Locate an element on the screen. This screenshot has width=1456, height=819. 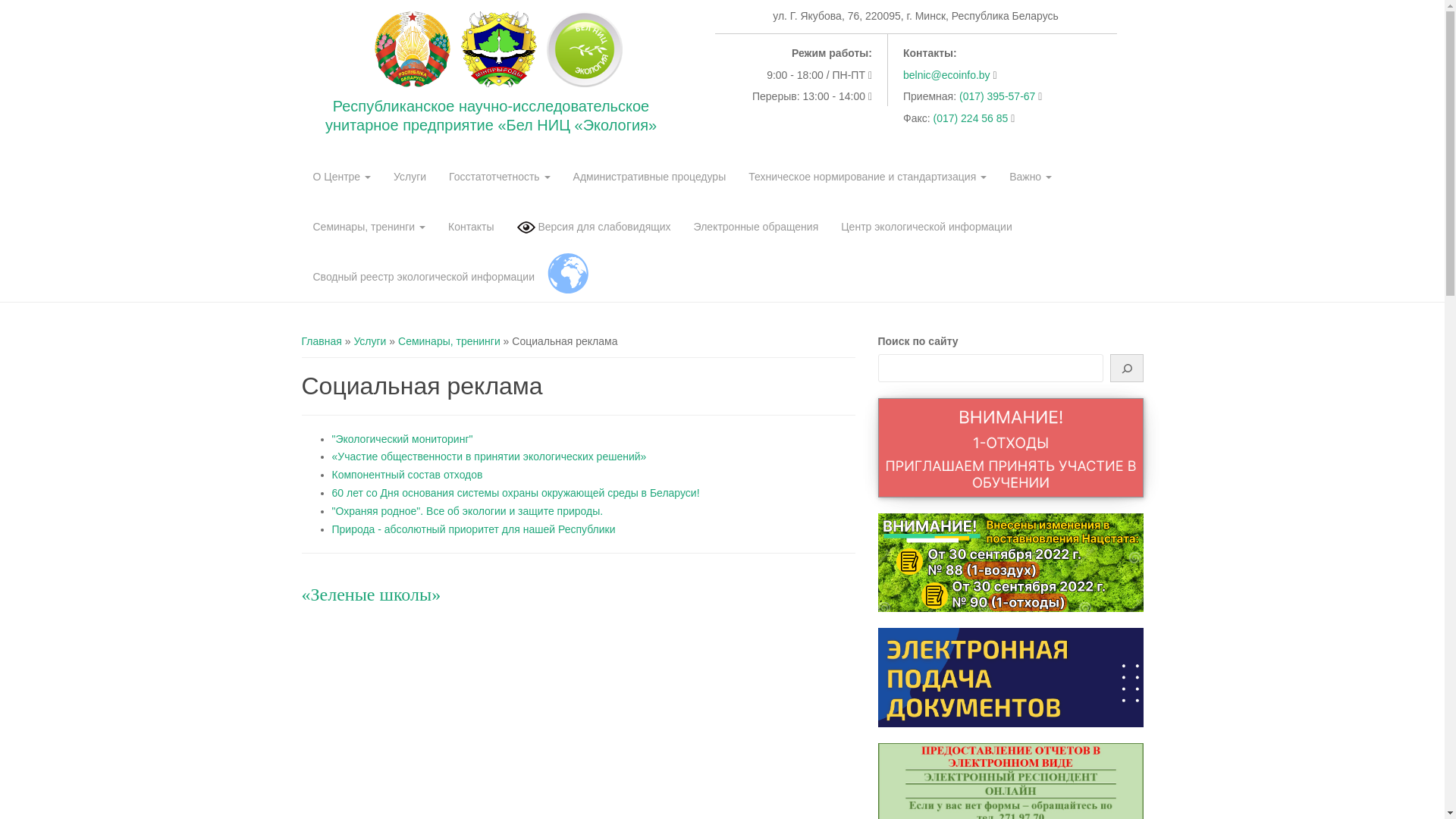
'(017) 224 56 85' is located at coordinates (971, 117).